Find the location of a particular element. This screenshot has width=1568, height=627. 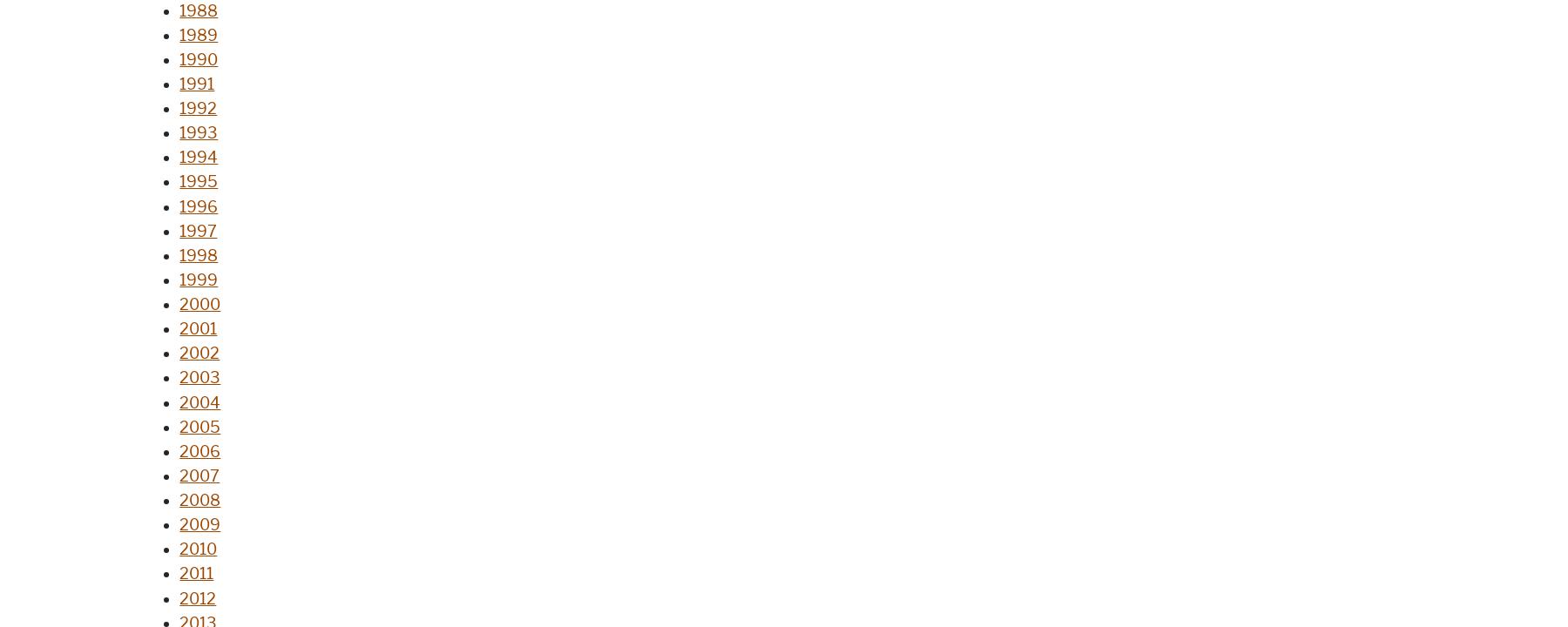

'1994' is located at coordinates (198, 158).